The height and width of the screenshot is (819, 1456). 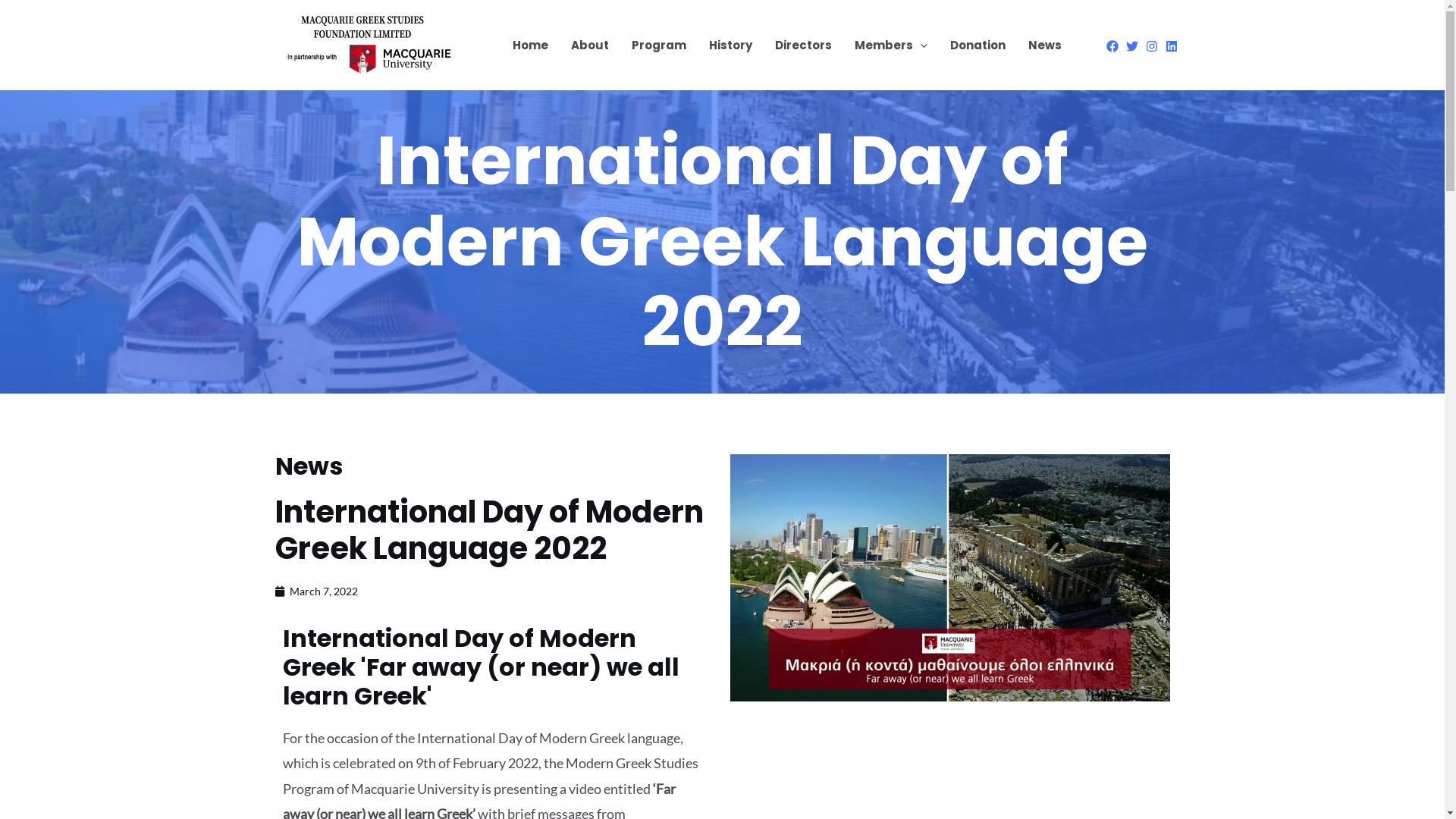 What do you see at coordinates (529, 45) in the screenshot?
I see `'Home'` at bounding box center [529, 45].